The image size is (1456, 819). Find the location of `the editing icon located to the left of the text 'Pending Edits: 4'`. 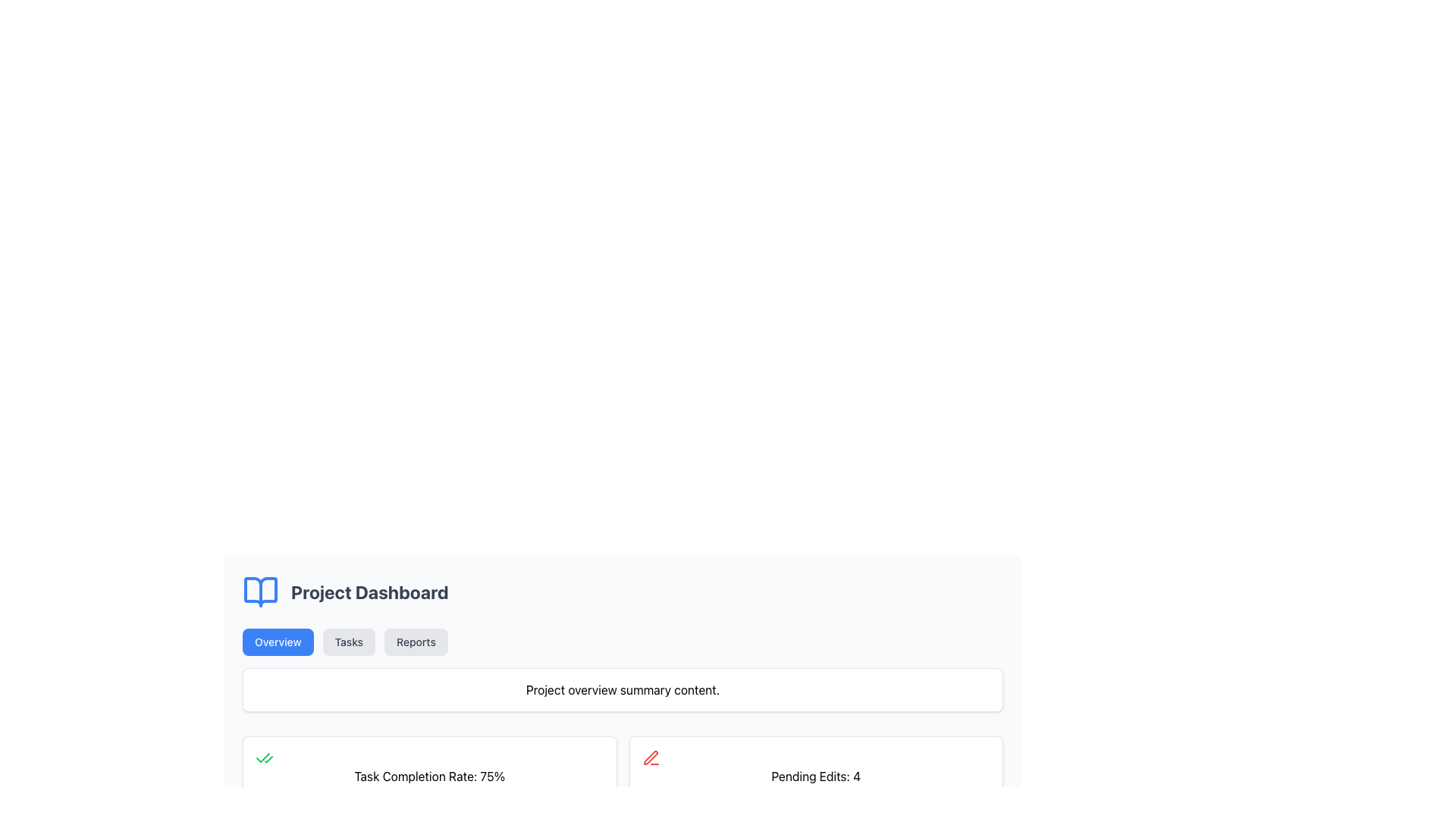

the editing icon located to the left of the text 'Pending Edits: 4' is located at coordinates (651, 758).